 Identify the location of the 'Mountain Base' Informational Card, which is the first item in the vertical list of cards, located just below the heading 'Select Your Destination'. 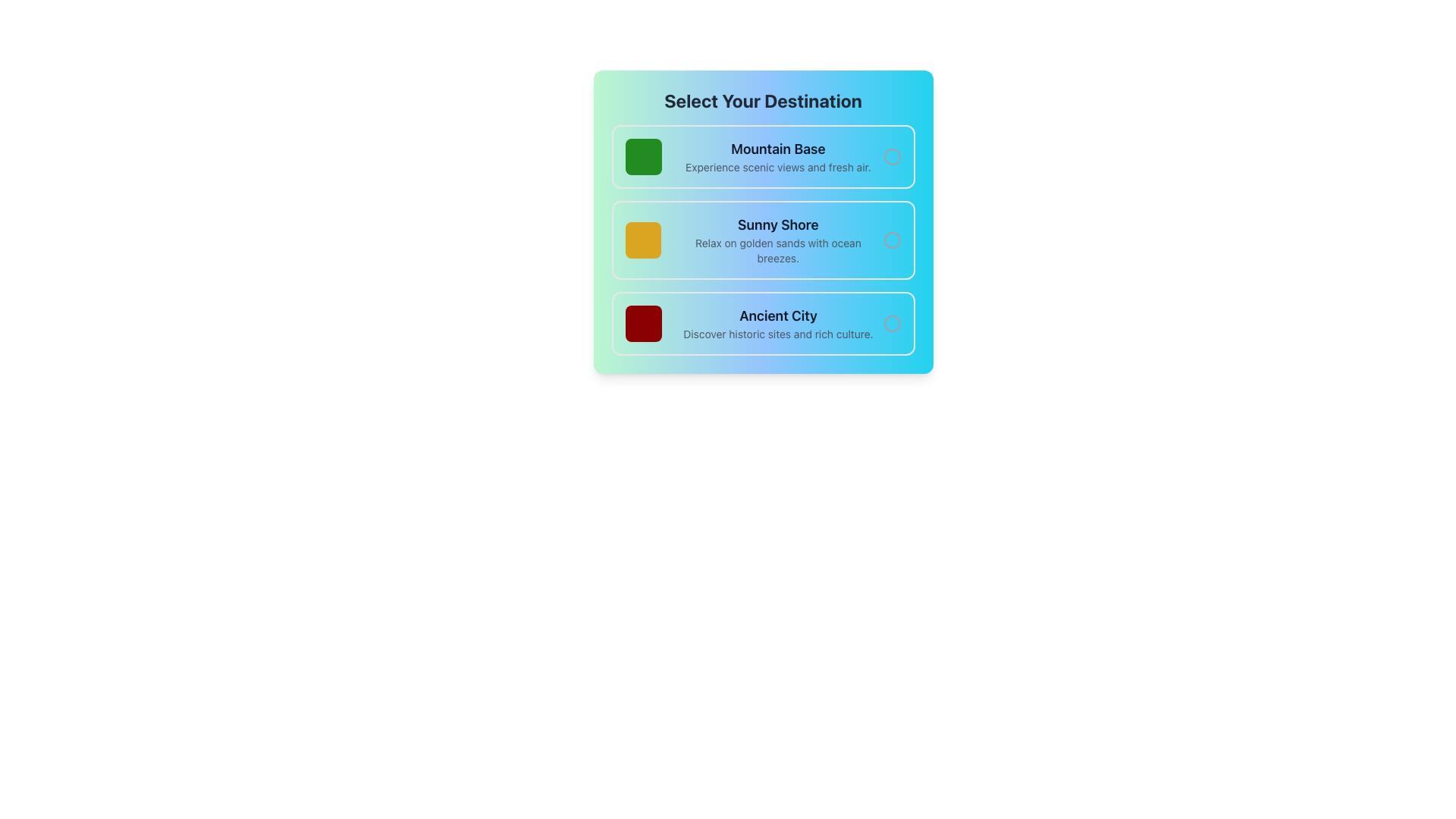
(763, 157).